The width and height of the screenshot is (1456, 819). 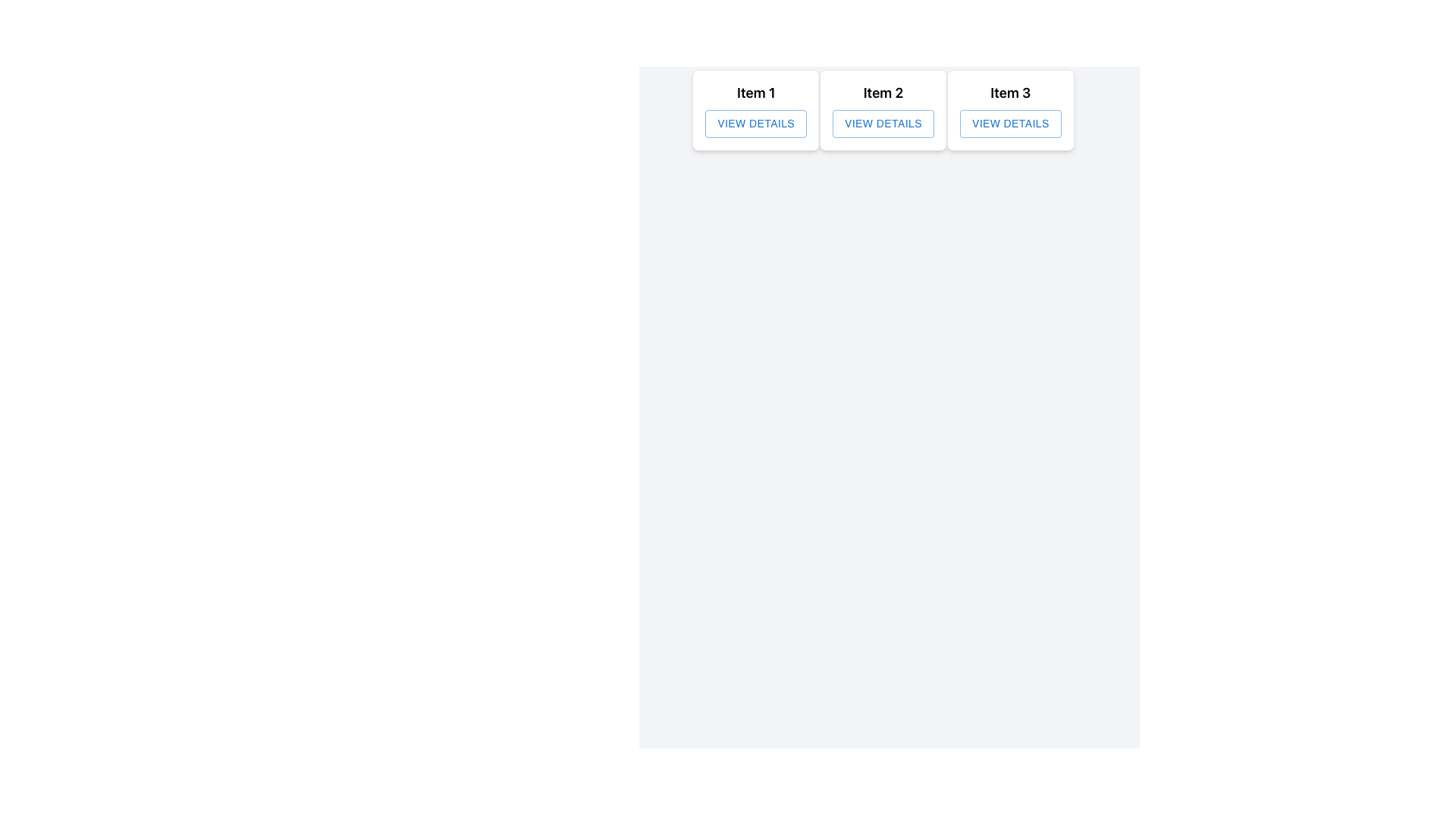 What do you see at coordinates (756, 109) in the screenshot?
I see `the interactive card representing 'Item 1'` at bounding box center [756, 109].